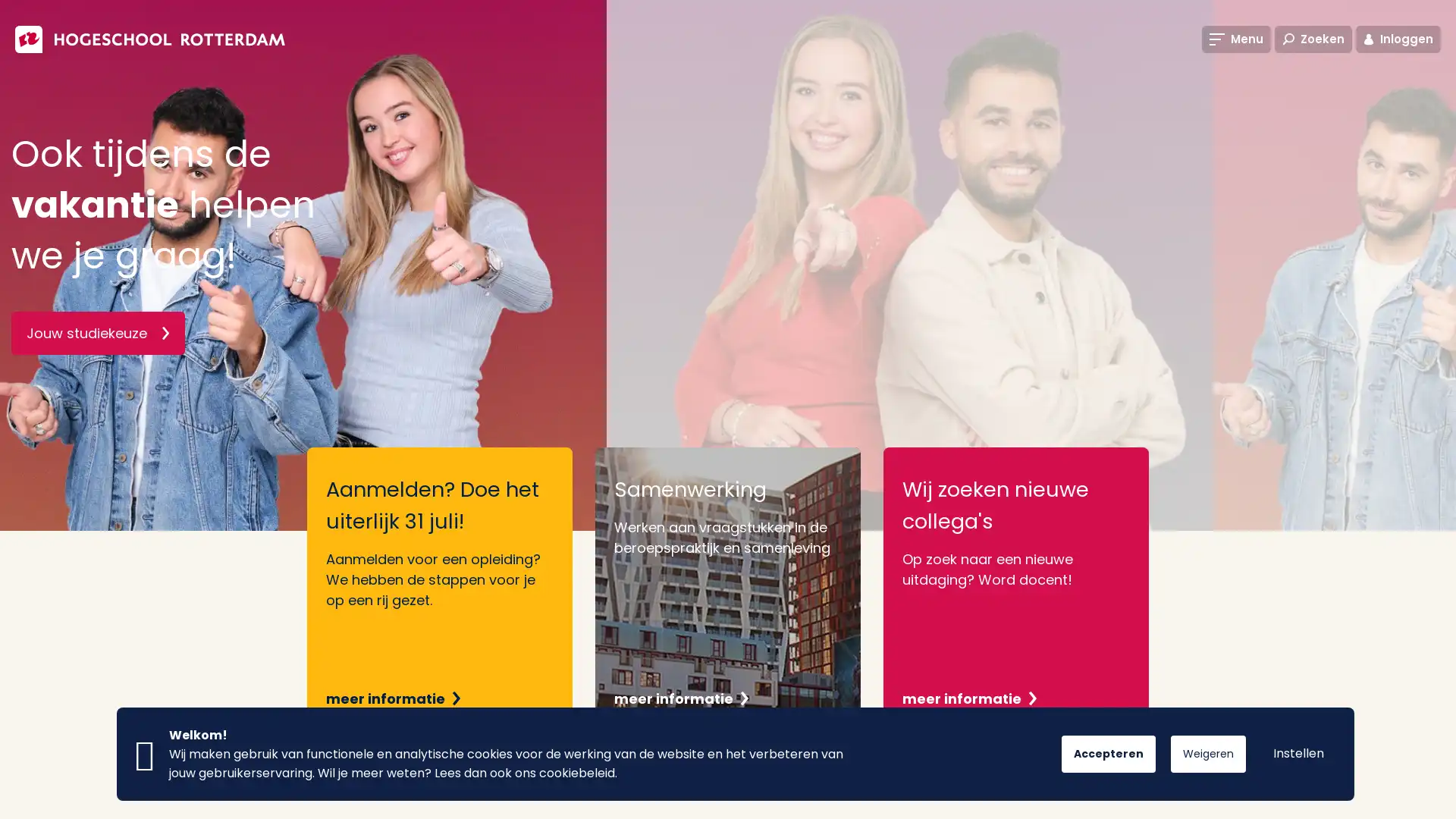  I want to click on Weigeren, so click(1207, 754).